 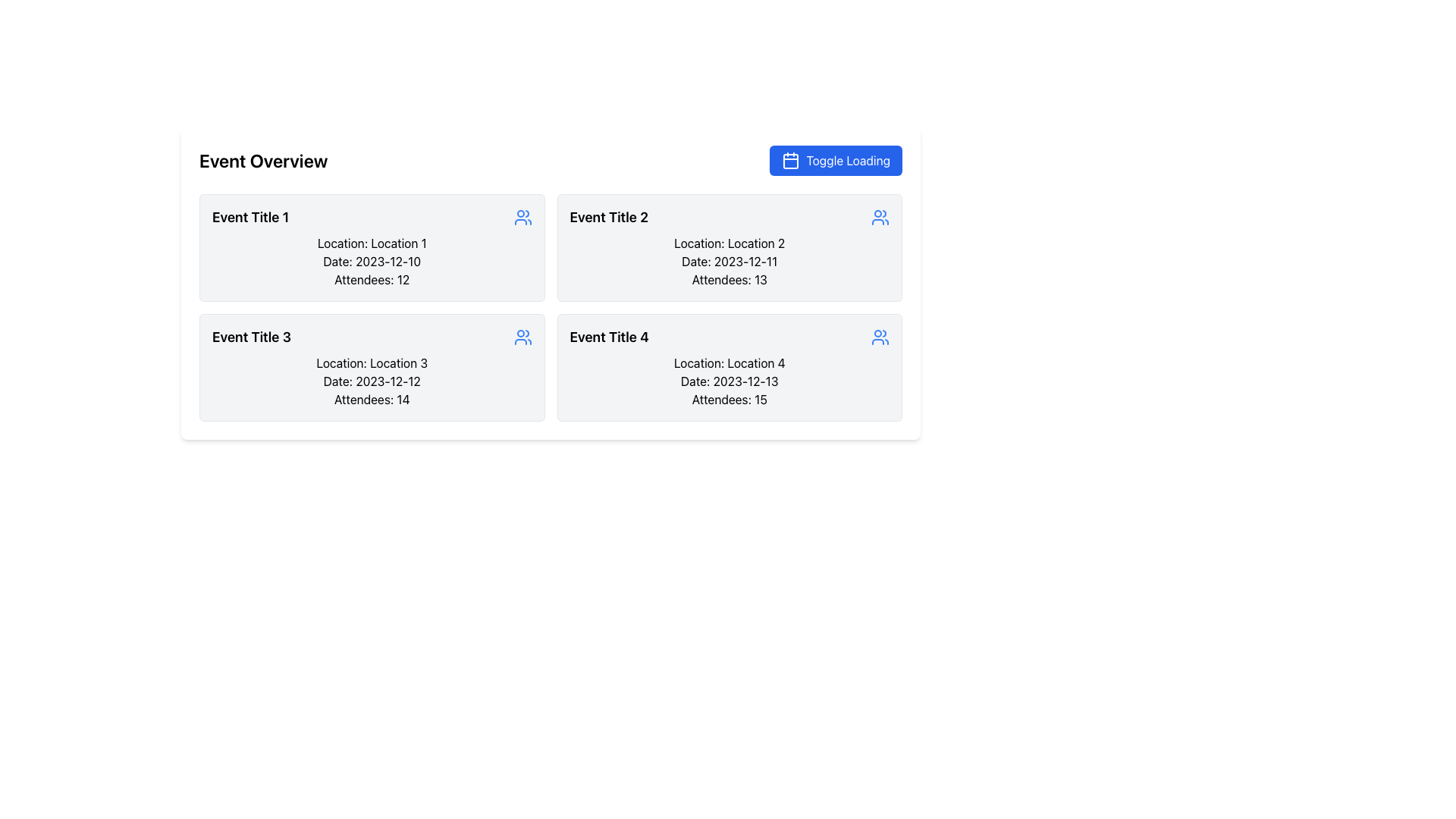 What do you see at coordinates (522, 217) in the screenshot?
I see `the blue icon resembling a group of people, which is located adjacent to 'Event Title 1' at the far right of the event card` at bounding box center [522, 217].